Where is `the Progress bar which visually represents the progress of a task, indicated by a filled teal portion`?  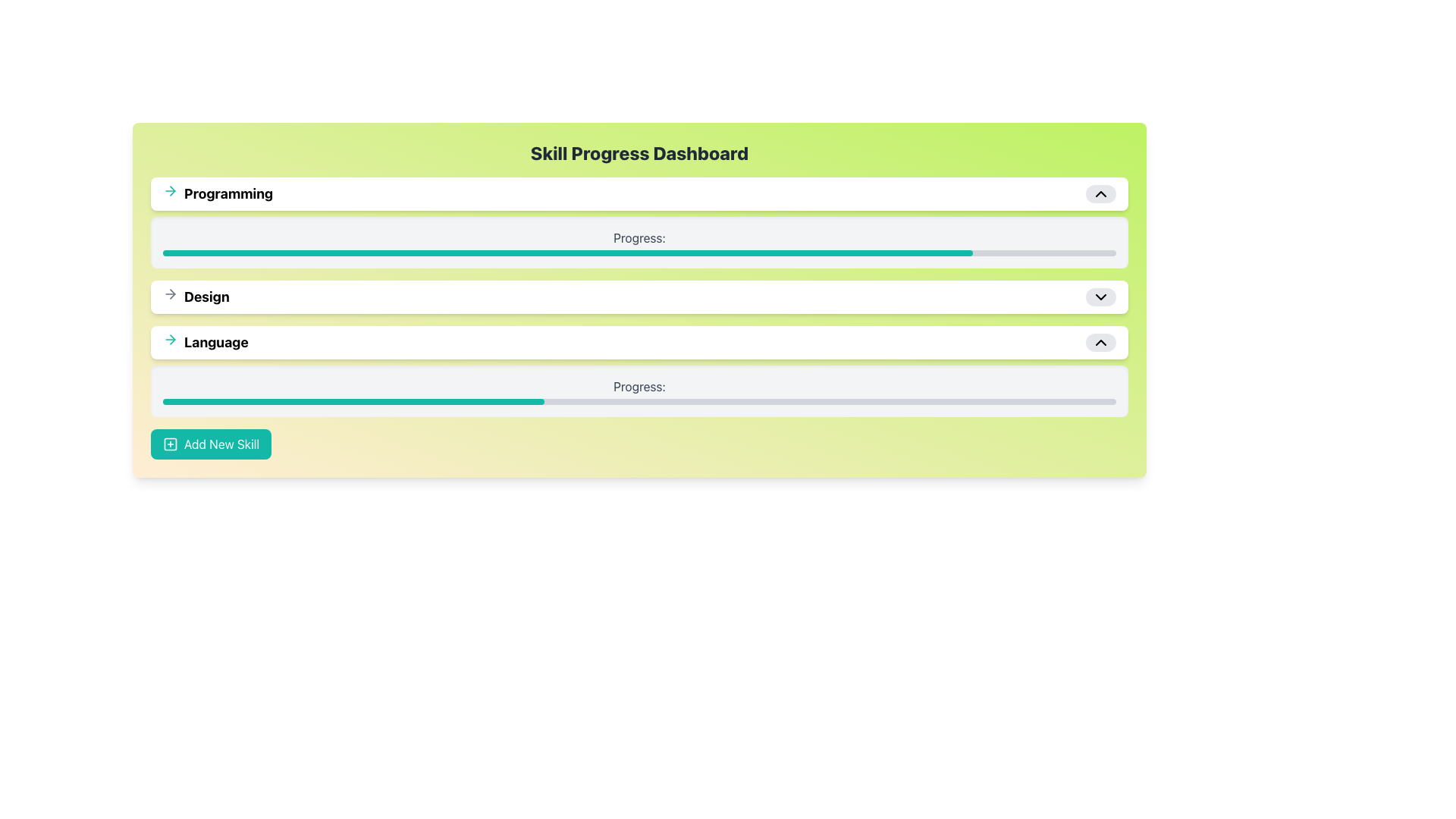
the Progress bar which visually represents the progress of a task, indicated by a filled teal portion is located at coordinates (639, 400).